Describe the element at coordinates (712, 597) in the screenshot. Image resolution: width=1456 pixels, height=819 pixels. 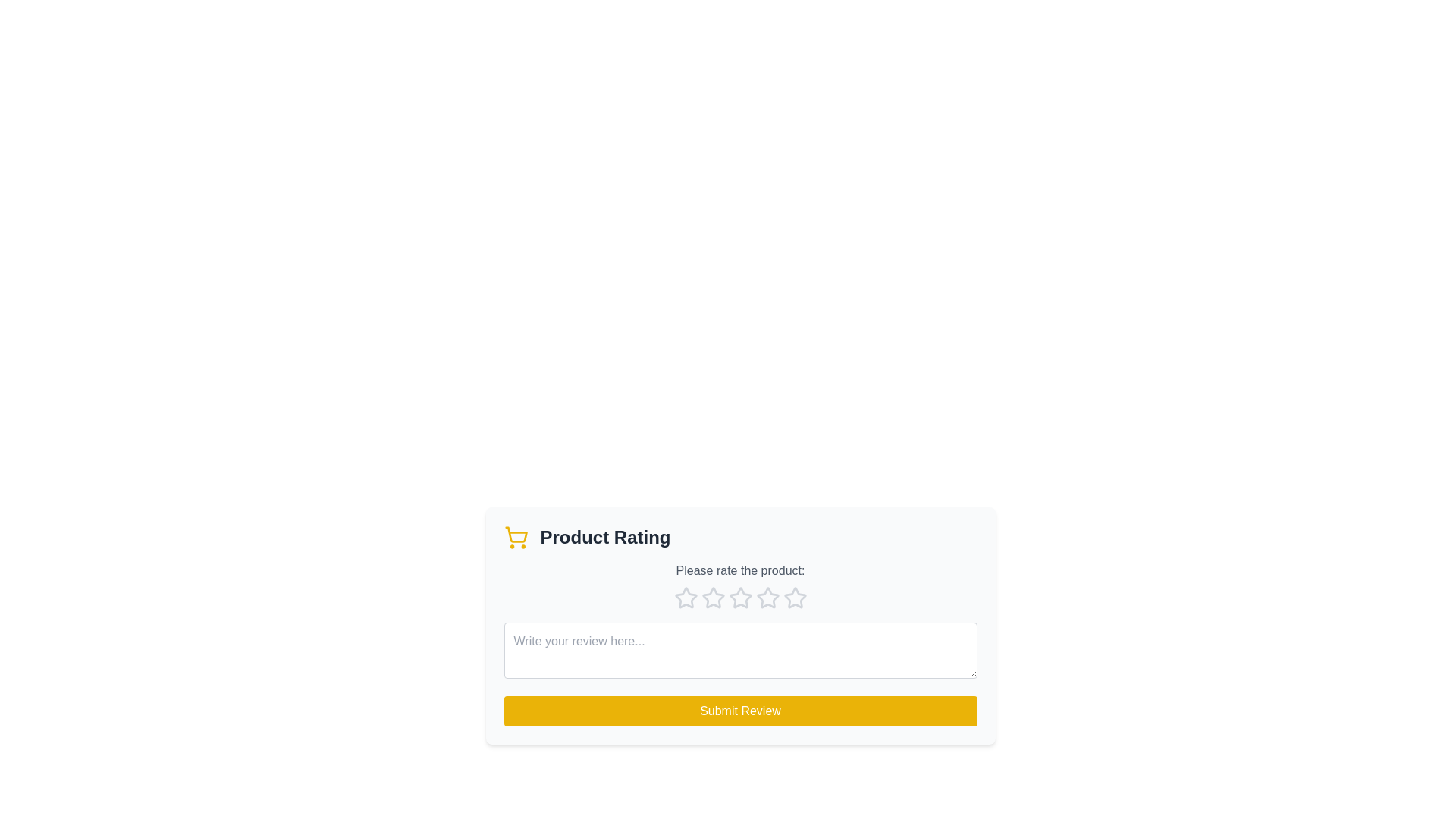
I see `the second star in the group of five rating stars` at that location.